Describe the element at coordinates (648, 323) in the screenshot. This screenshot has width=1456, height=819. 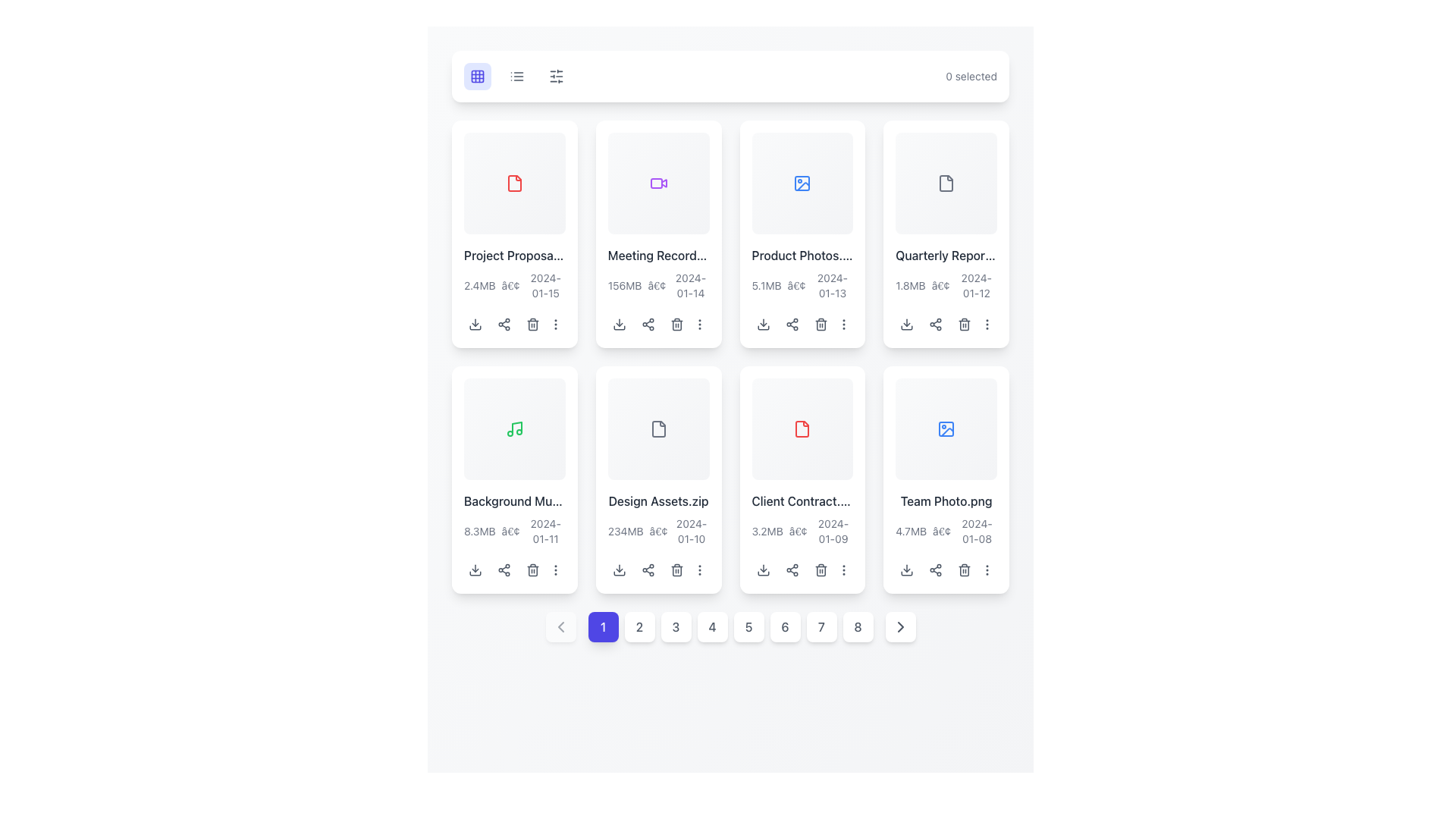
I see `the share icon button located on the second card in the first row of the file grid` at that location.